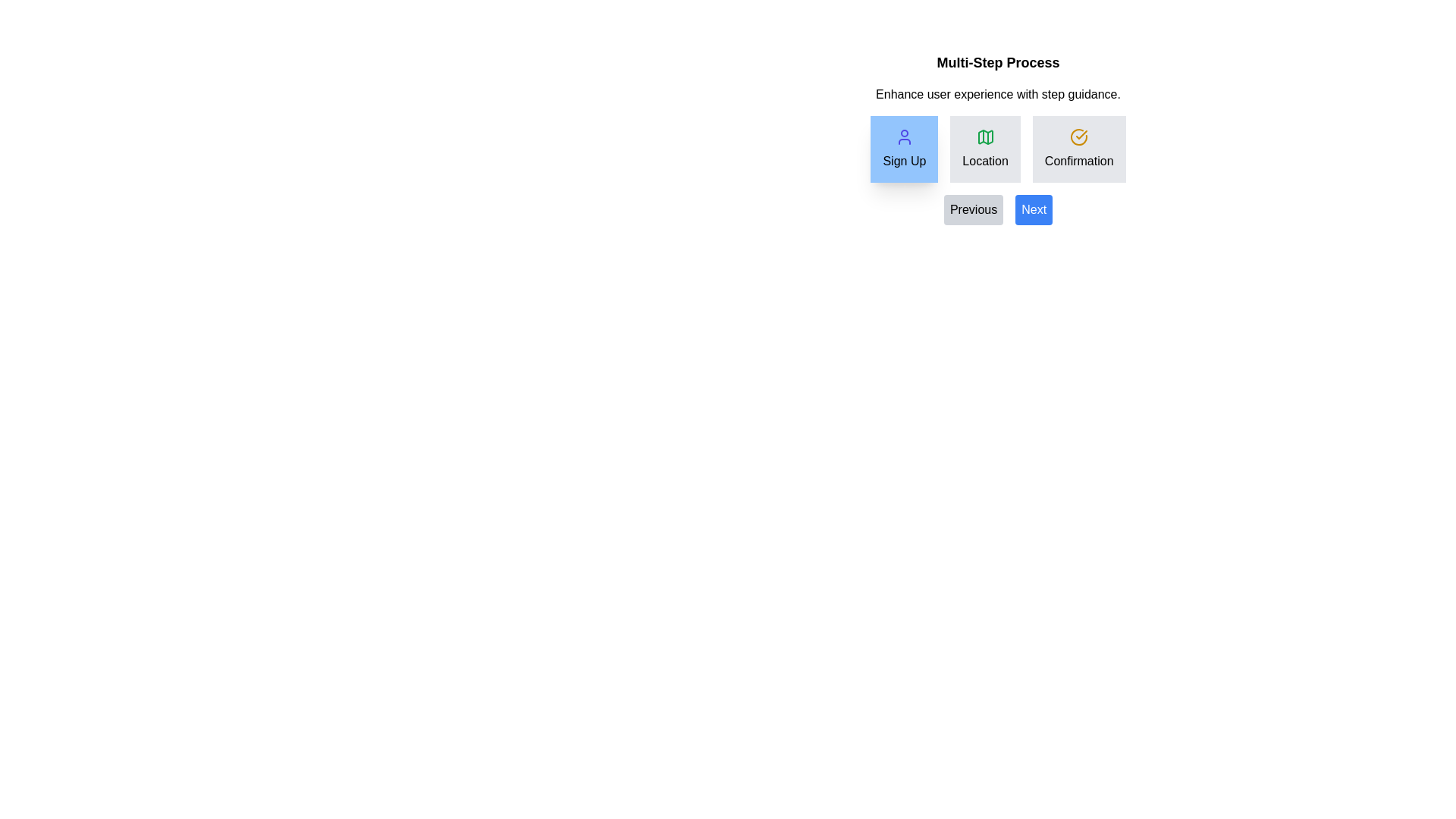 The height and width of the screenshot is (819, 1456). What do you see at coordinates (998, 62) in the screenshot?
I see `the 'Multi-Step Process' text label, which is styled with a bold and slightly larger font, positioned at the top of the layout` at bounding box center [998, 62].